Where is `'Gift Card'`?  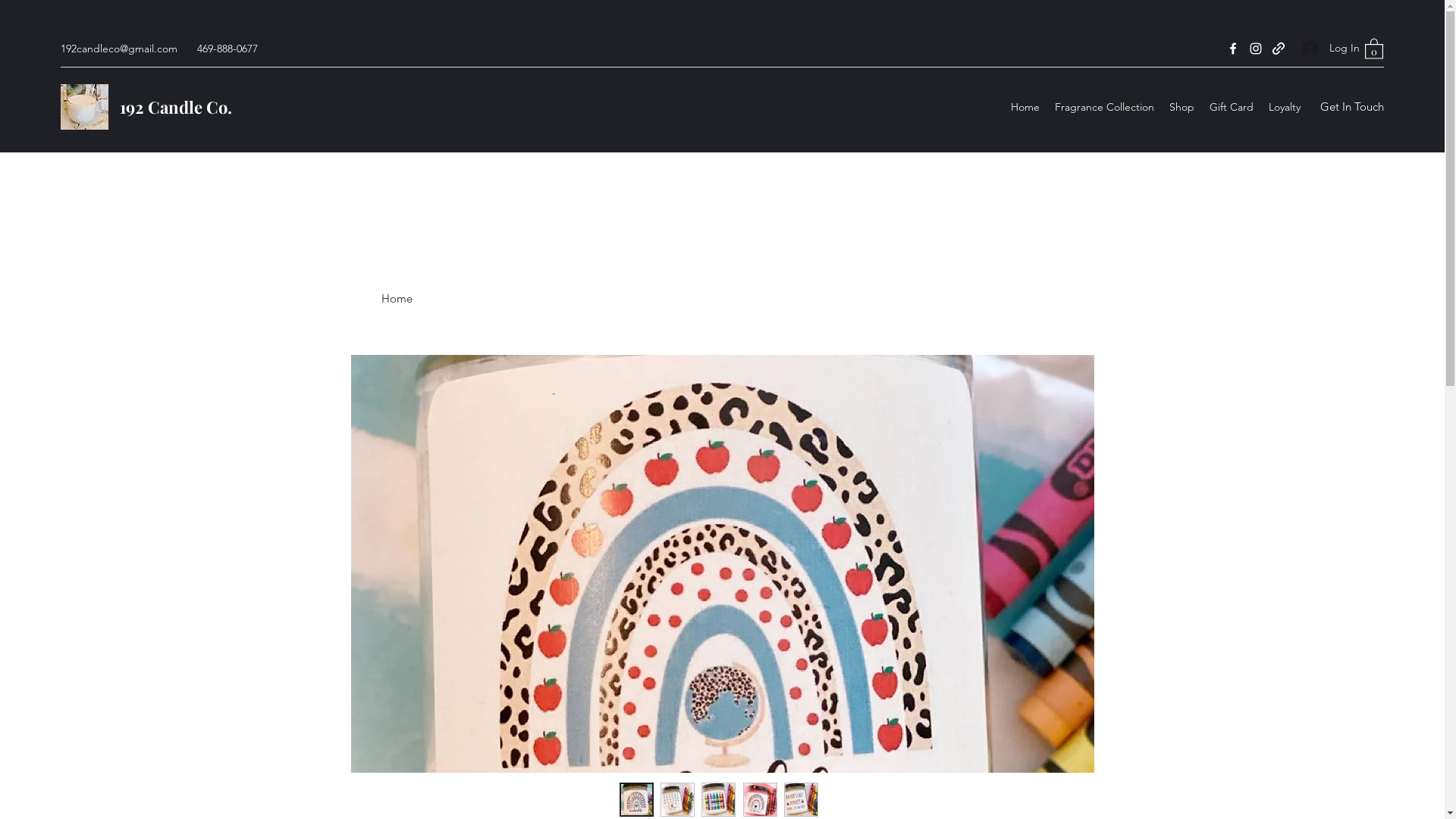 'Gift Card' is located at coordinates (1200, 106).